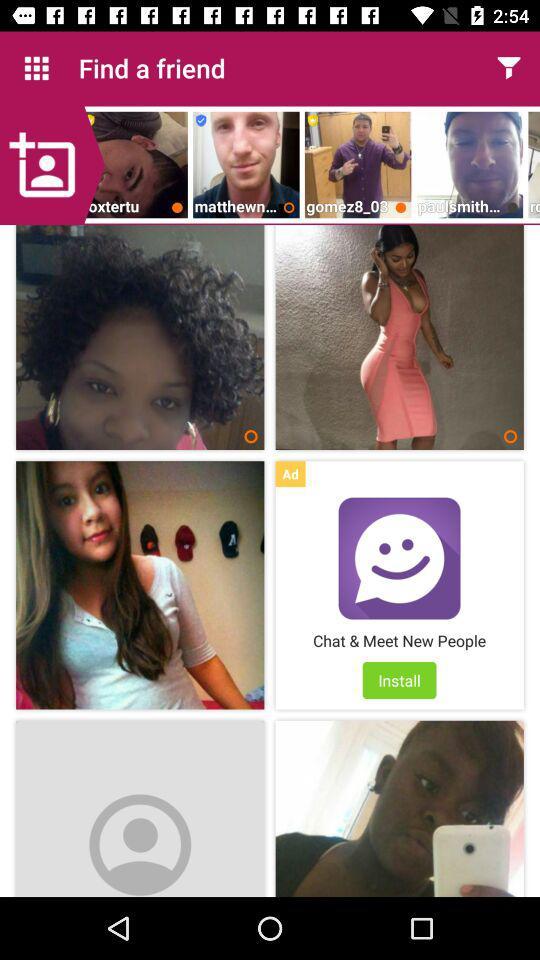  What do you see at coordinates (52, 164) in the screenshot?
I see `person button` at bounding box center [52, 164].